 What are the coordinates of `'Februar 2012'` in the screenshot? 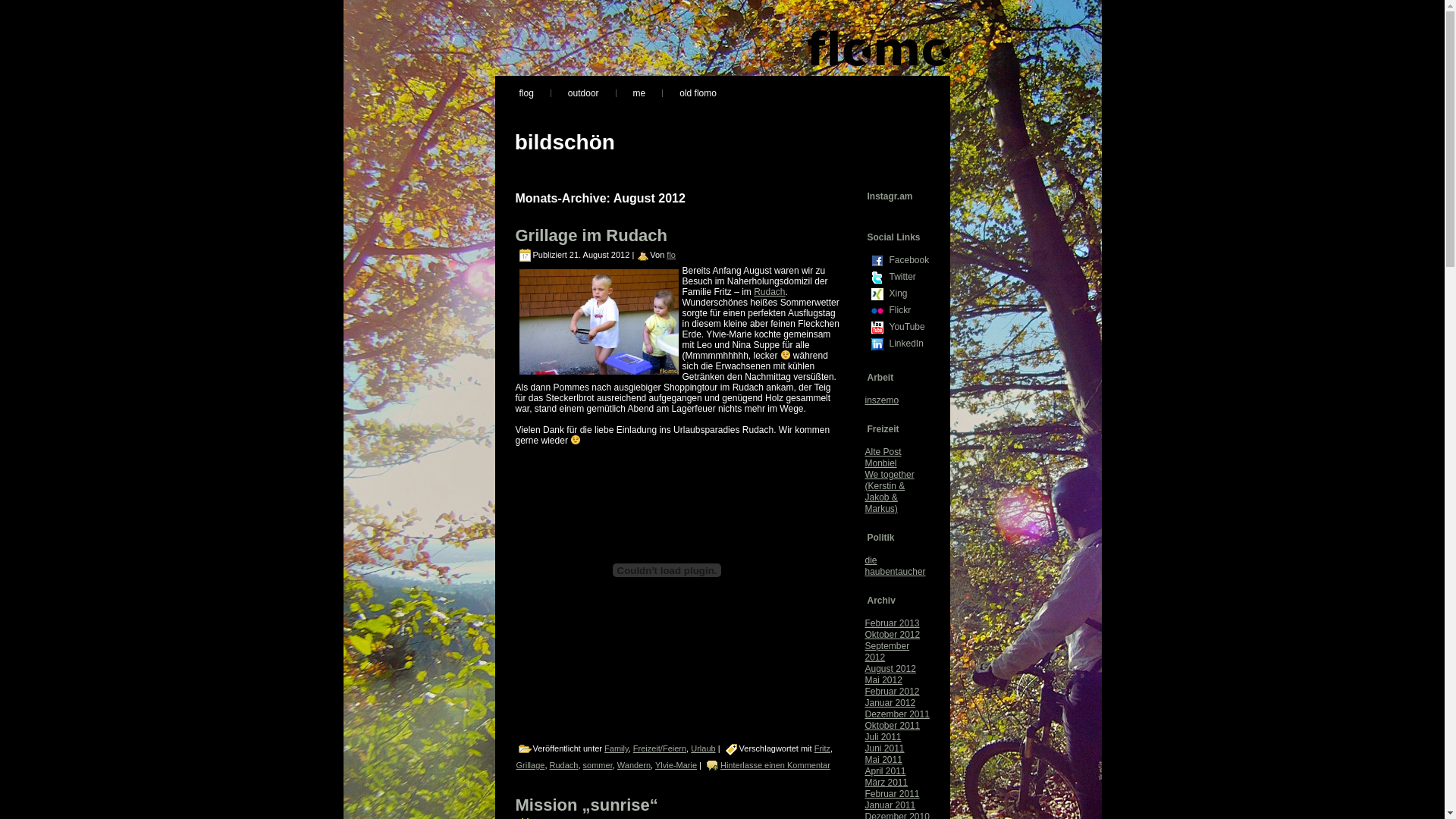 It's located at (892, 691).